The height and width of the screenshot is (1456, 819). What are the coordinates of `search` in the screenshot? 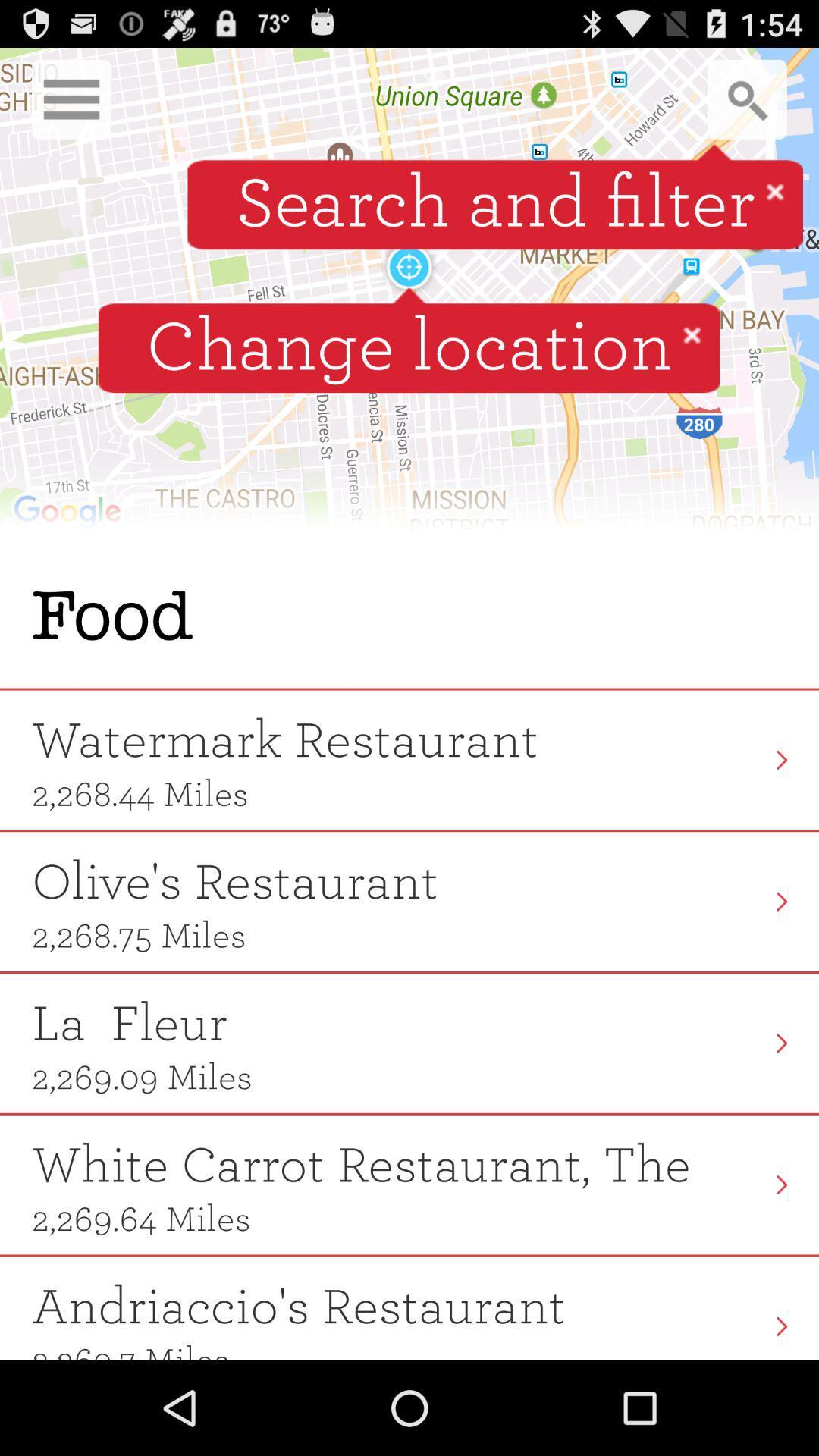 It's located at (746, 99).